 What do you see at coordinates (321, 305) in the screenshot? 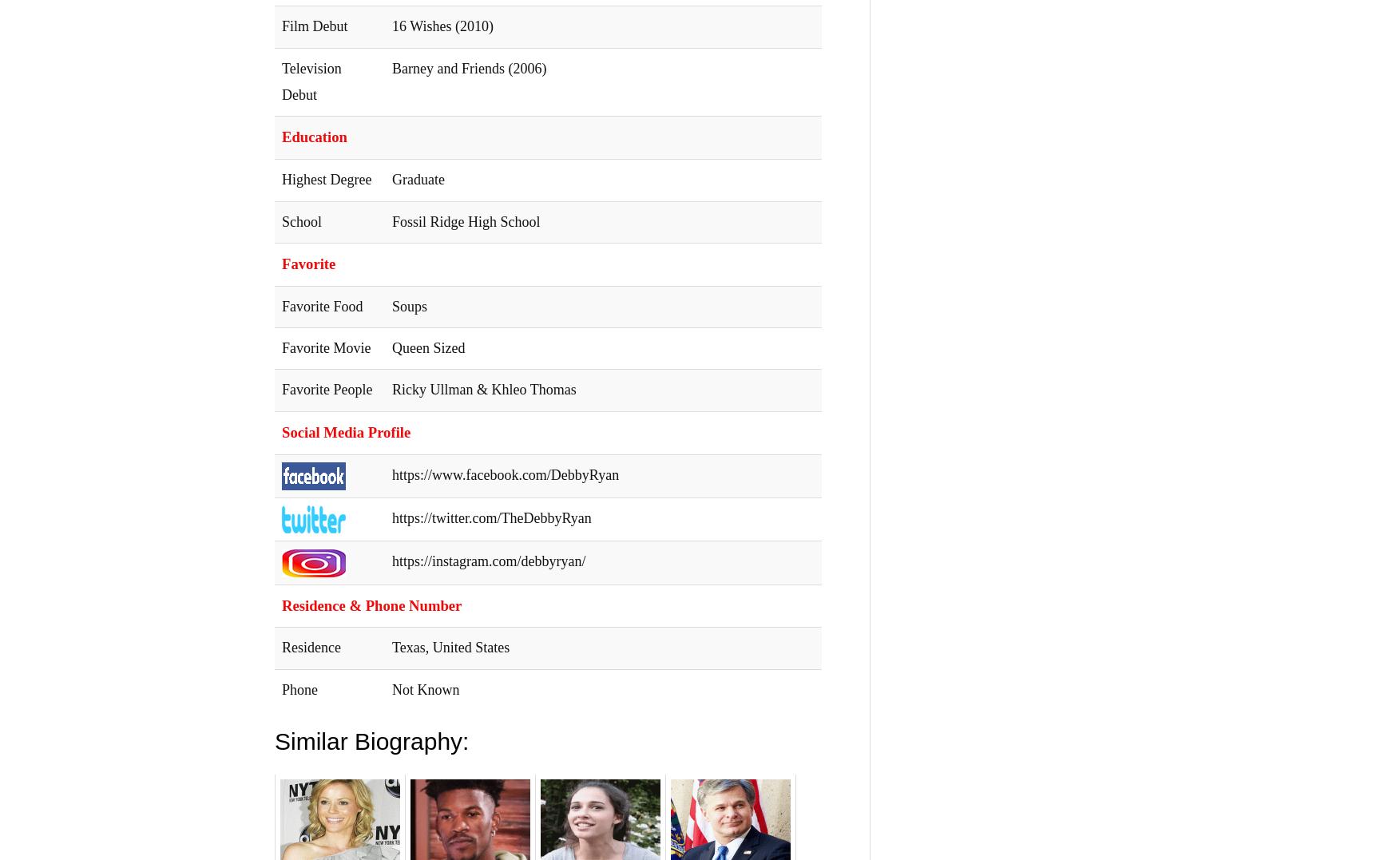
I see `'Favorite Food'` at bounding box center [321, 305].